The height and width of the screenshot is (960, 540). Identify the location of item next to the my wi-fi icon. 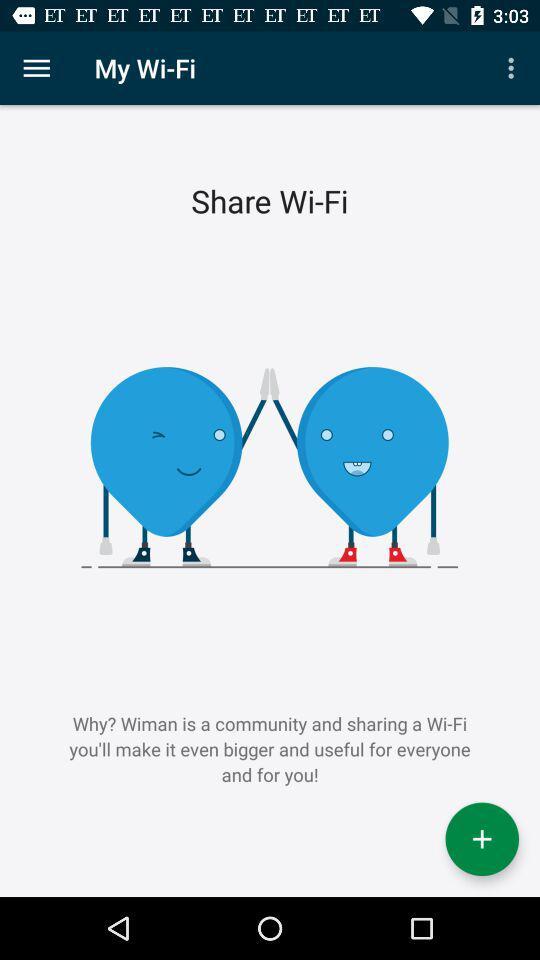
(513, 68).